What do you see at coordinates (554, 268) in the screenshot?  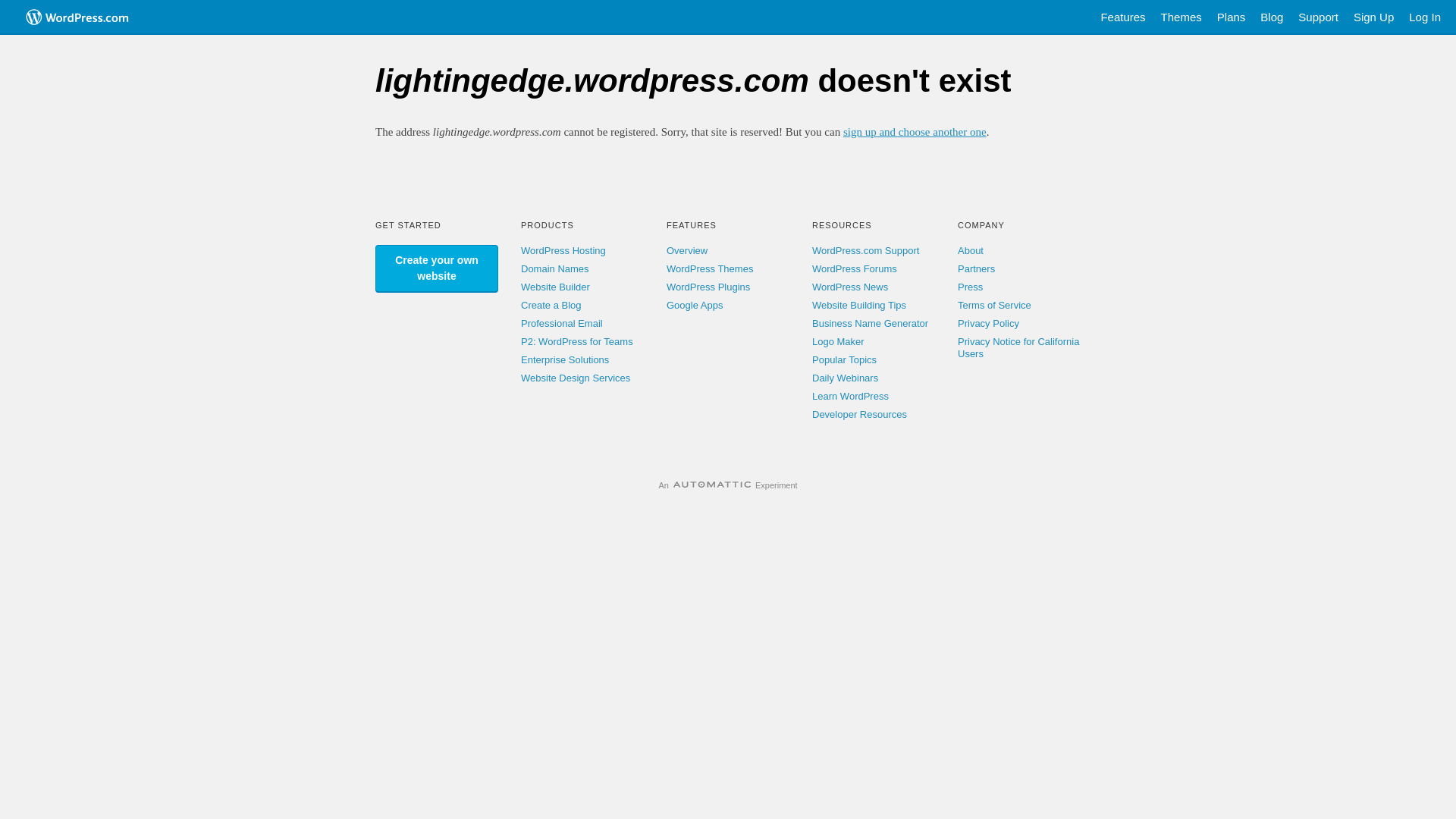 I see `'Domain Names'` at bounding box center [554, 268].